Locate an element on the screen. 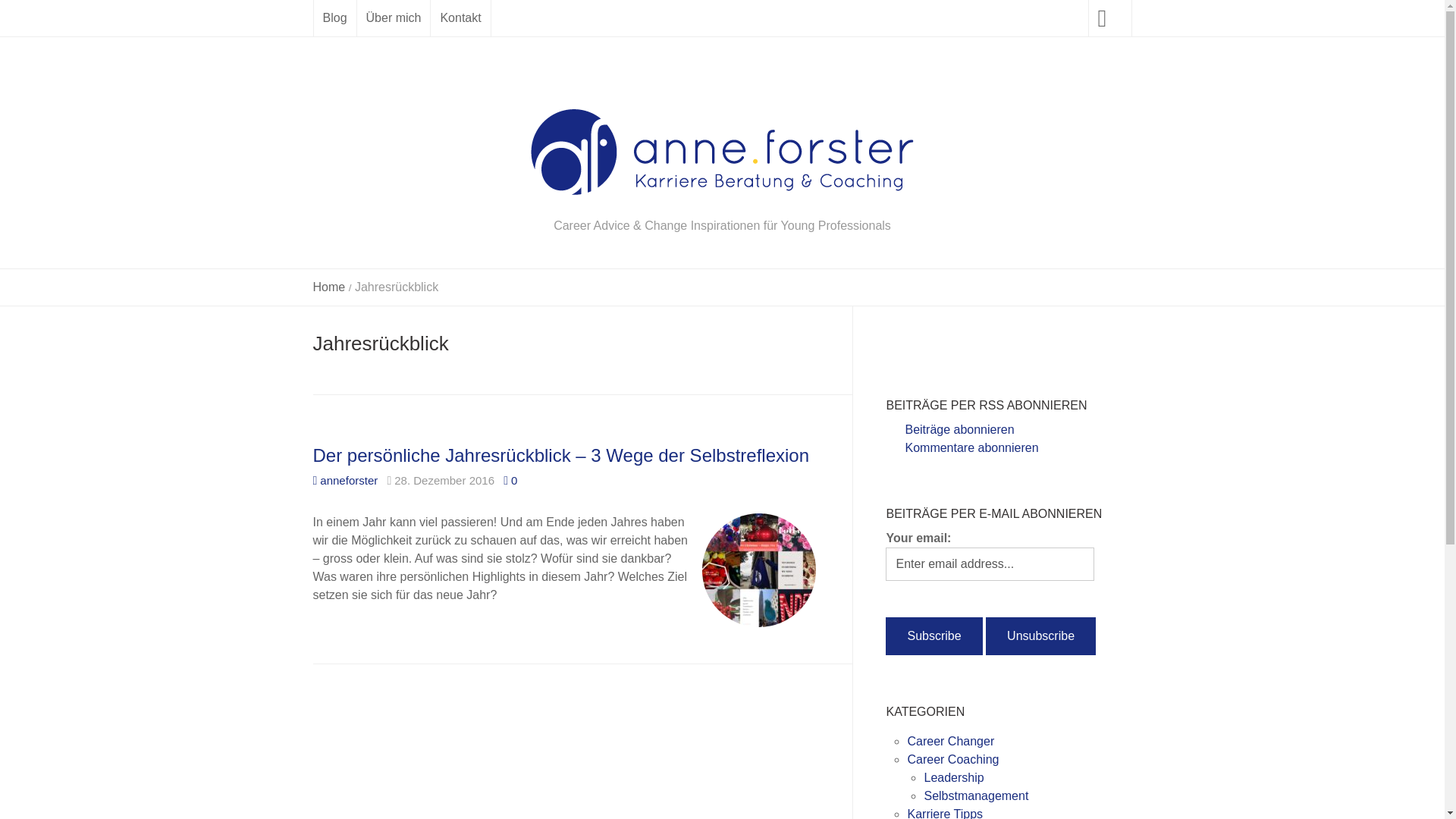 The image size is (1456, 819). 'Blog' is located at coordinates (334, 17).